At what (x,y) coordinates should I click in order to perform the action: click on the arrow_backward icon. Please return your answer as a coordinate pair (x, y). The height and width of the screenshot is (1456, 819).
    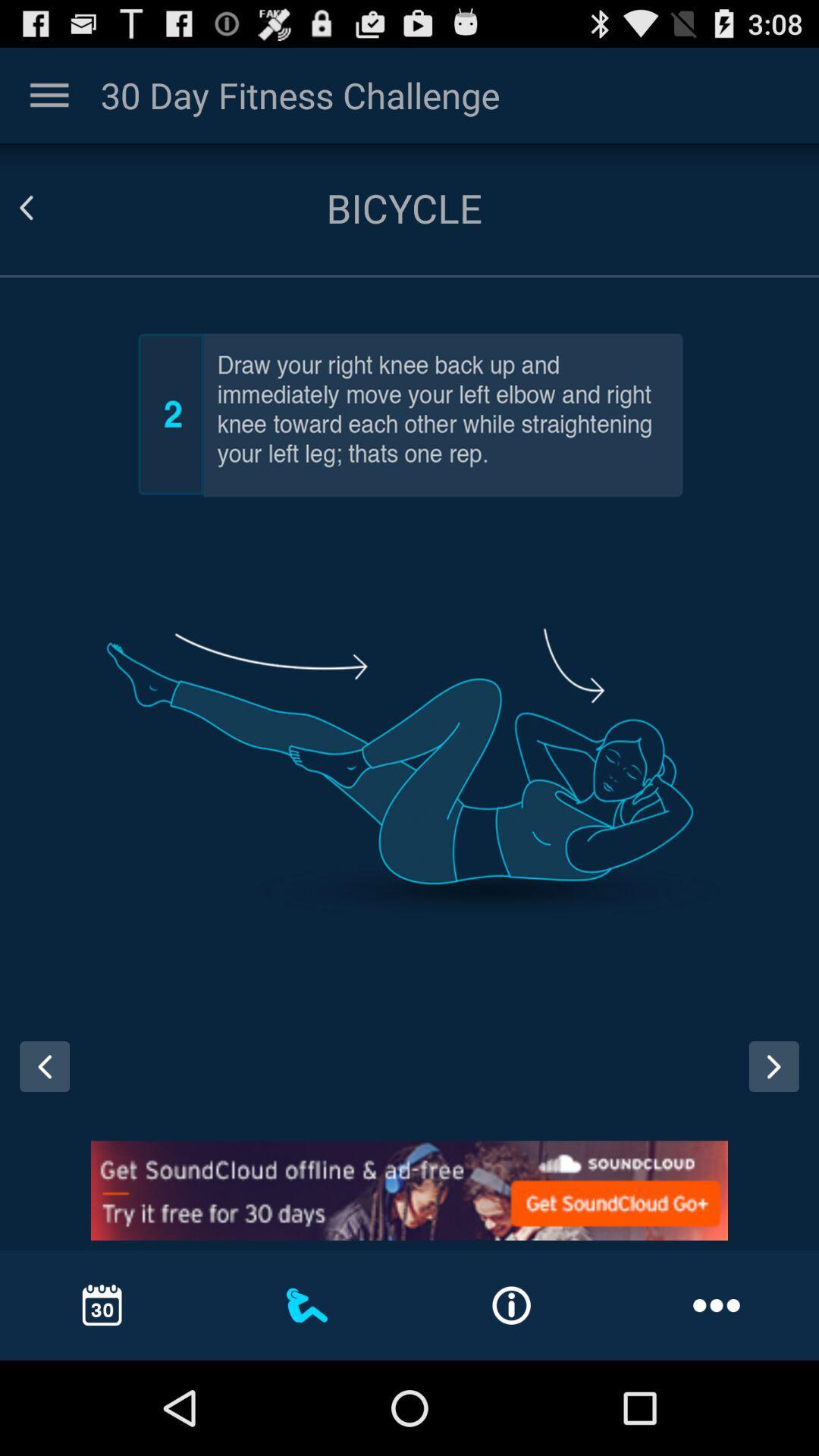
    Looking at the image, I should click on (39, 1156).